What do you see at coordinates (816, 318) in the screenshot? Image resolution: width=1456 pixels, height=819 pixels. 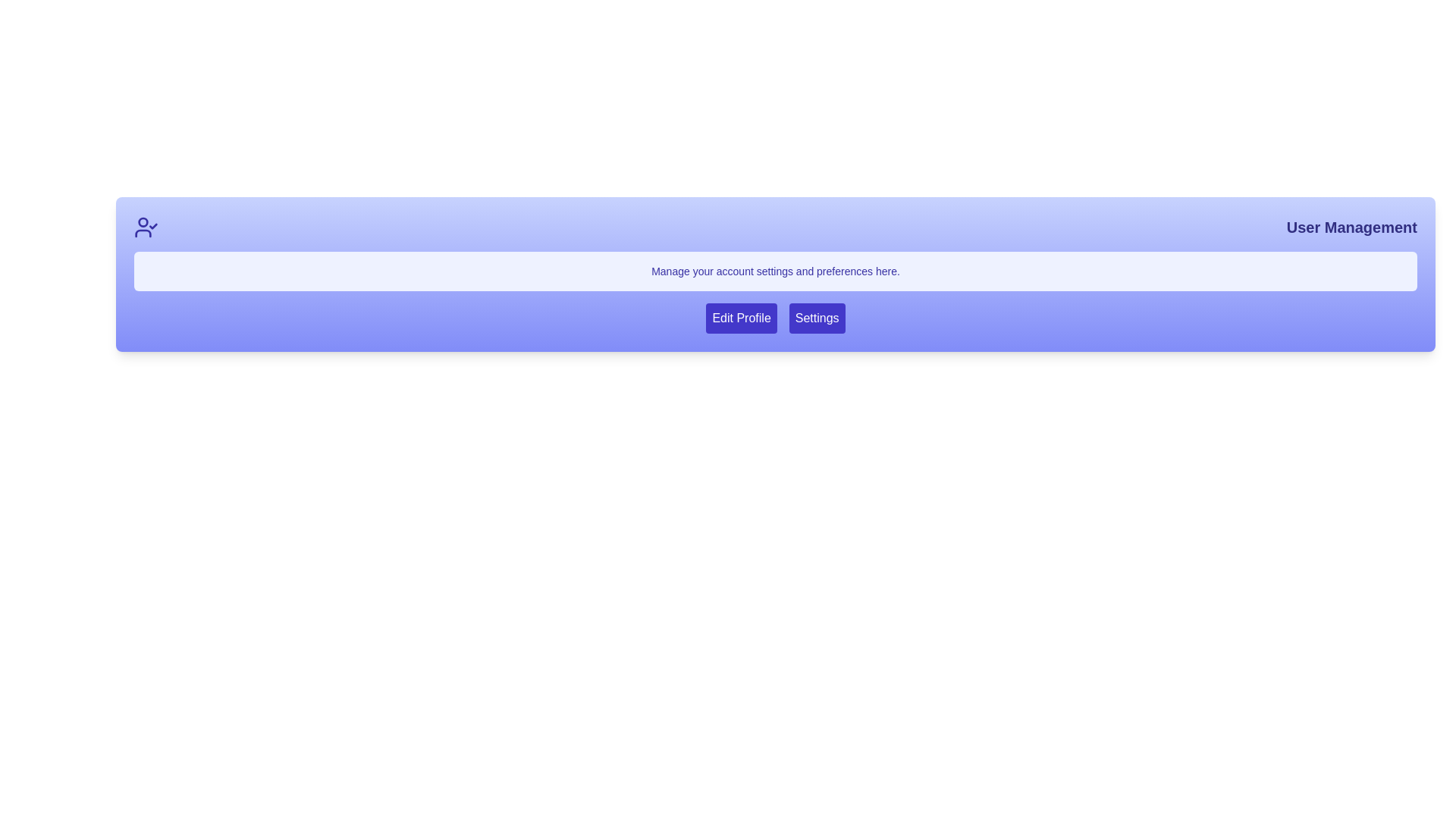 I see `the 'Settings' button, which is the second and rightmost button in a horizontal layout` at bounding box center [816, 318].